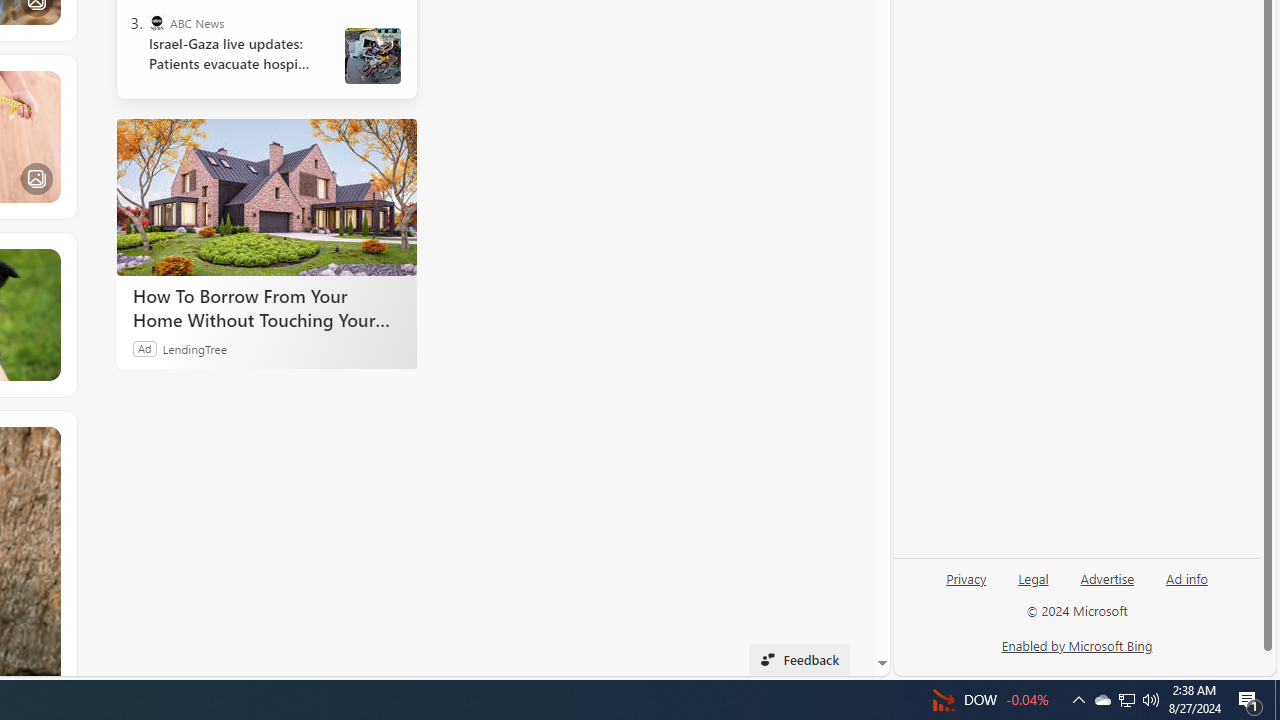 The width and height of the screenshot is (1280, 720). I want to click on 'Ad info', so click(1186, 585).